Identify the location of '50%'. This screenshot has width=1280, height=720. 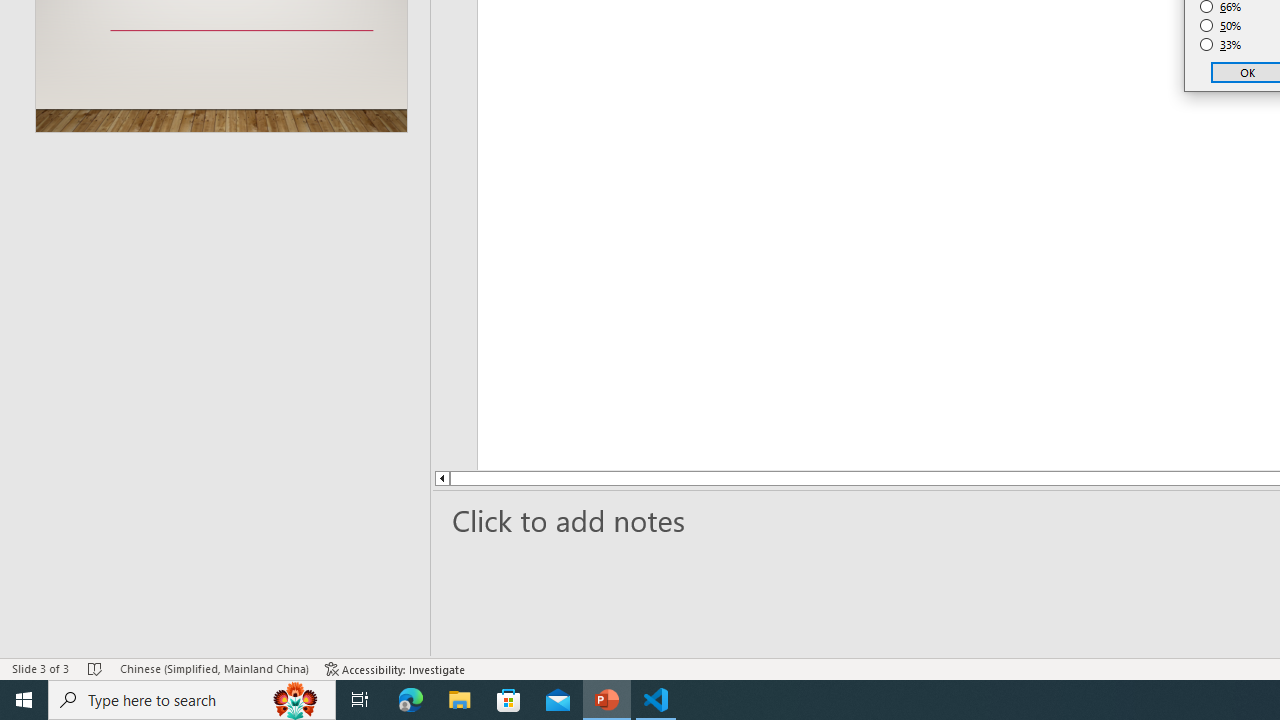
(1220, 25).